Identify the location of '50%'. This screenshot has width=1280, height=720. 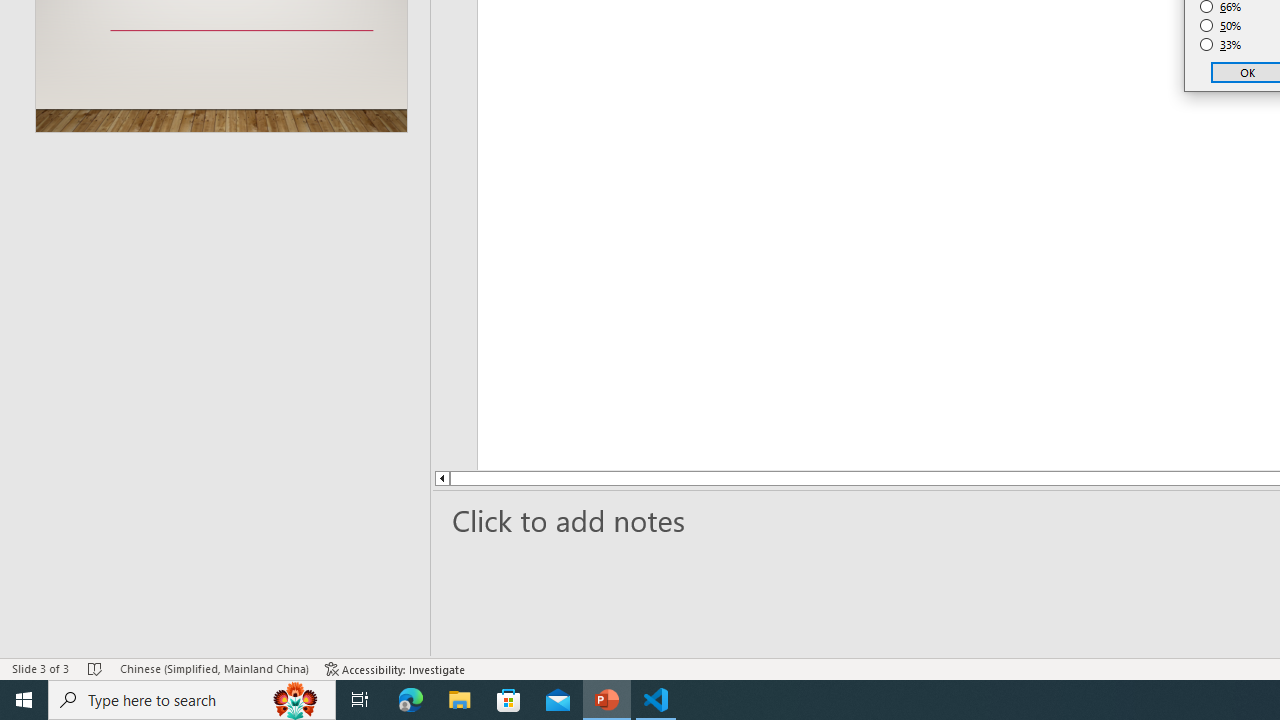
(1220, 25).